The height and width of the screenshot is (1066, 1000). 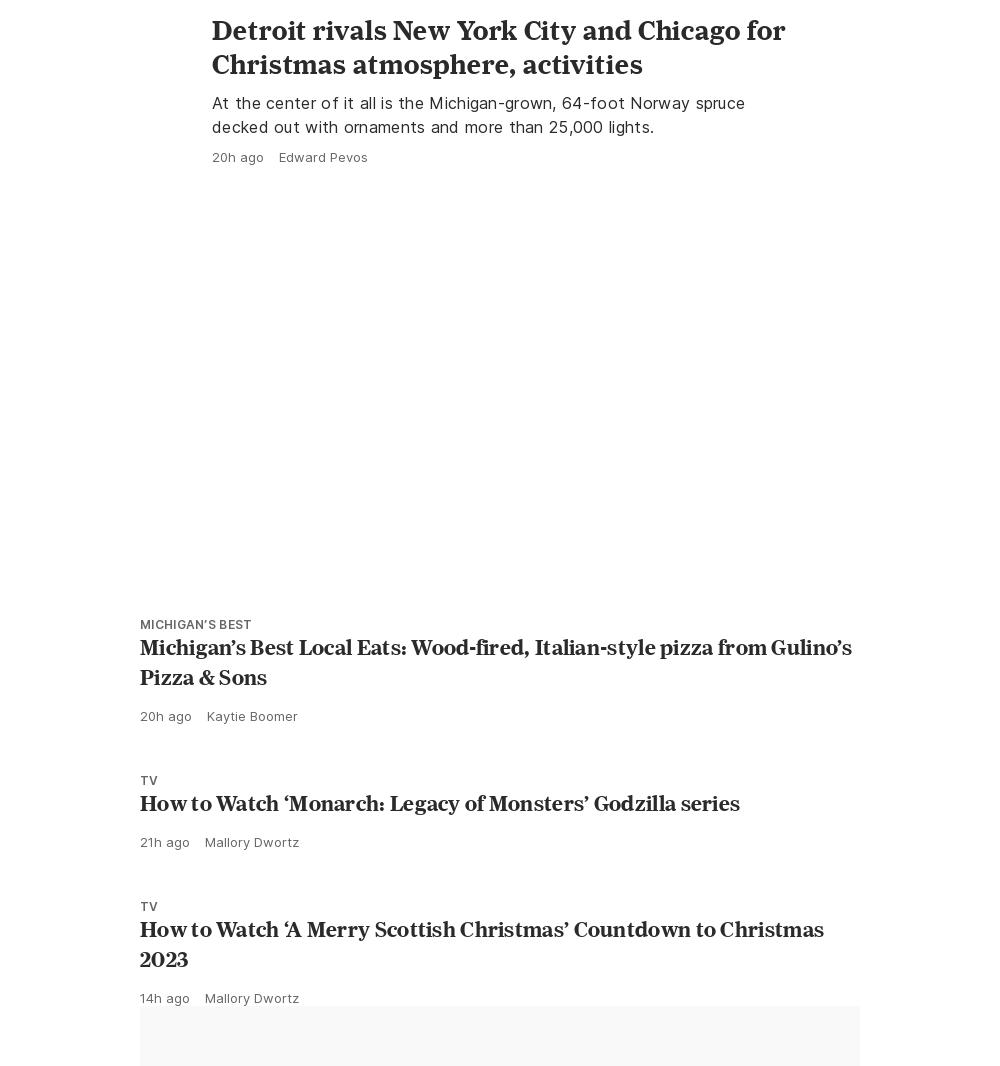 I want to click on 'Detroit rivals New York City and Chicago for Christmas atmosphere, activities', so click(x=497, y=90).